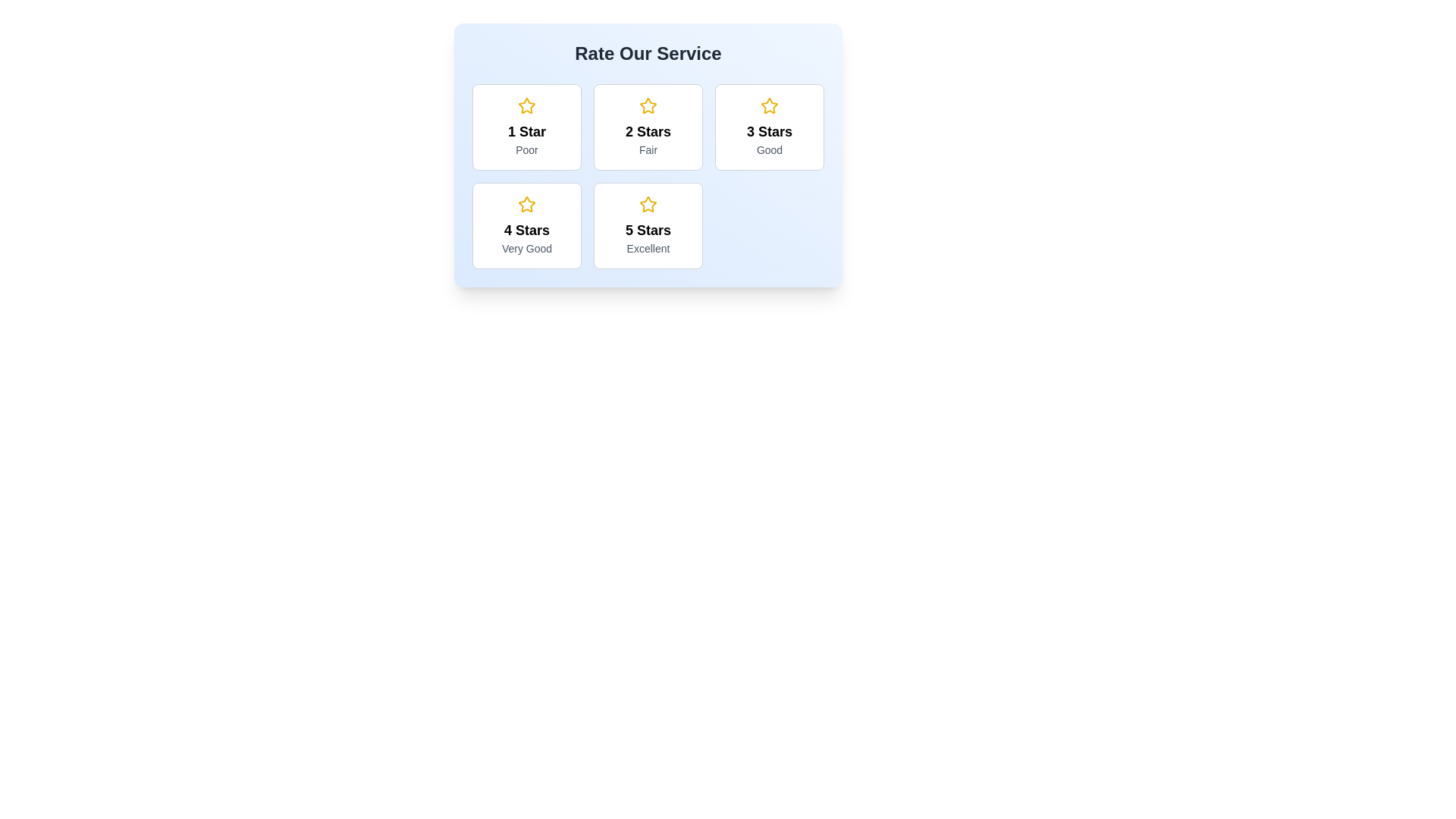 This screenshot has width=1456, height=819. What do you see at coordinates (648, 149) in the screenshot?
I see `the static text label that provides qualitative feedback ('Fair') for the '2 Stars' rating, located at the bottom of the block displaying '2 Stars' in the rating grid` at bounding box center [648, 149].